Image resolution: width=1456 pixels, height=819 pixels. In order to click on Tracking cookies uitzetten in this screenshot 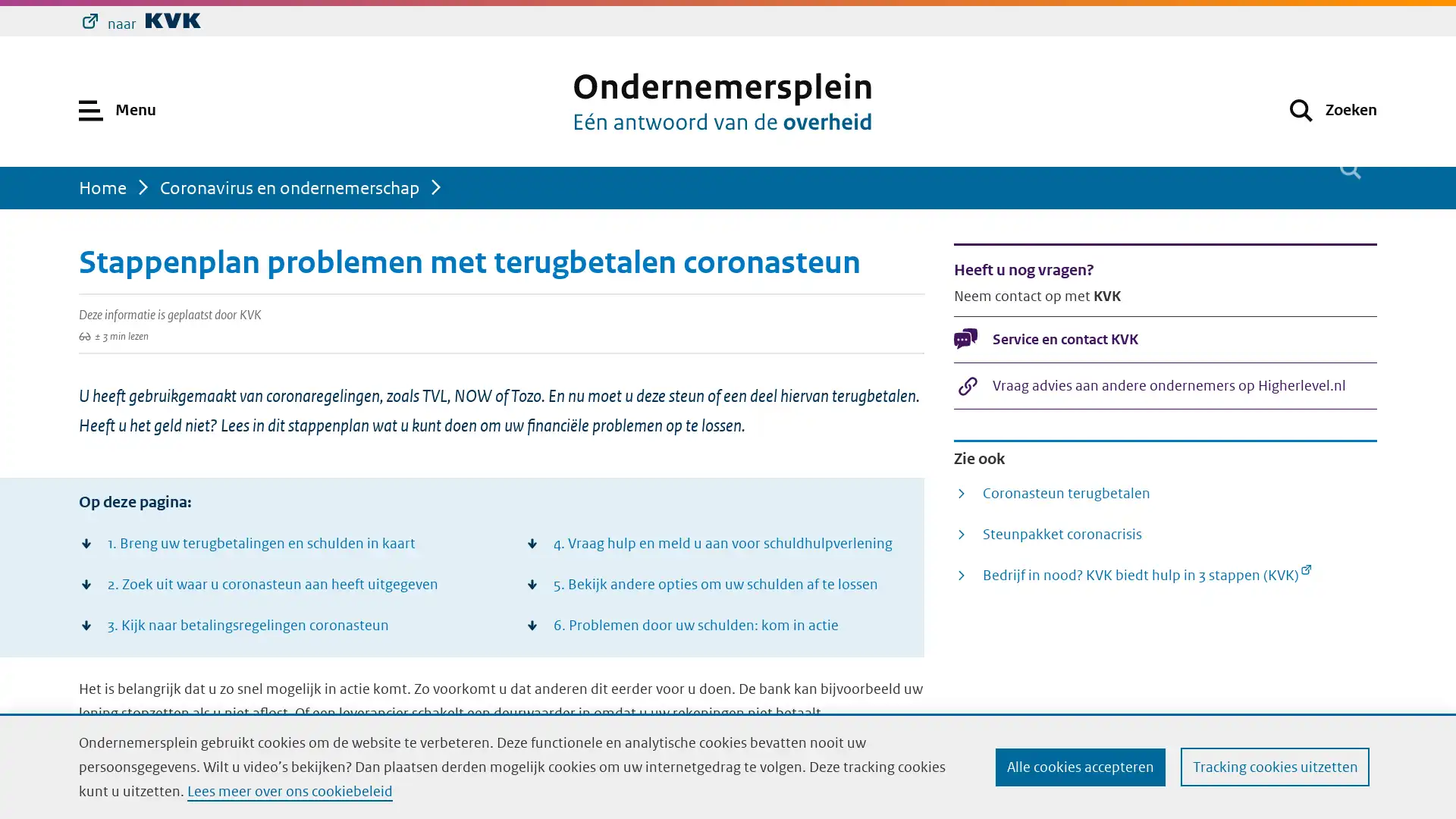, I will do `click(1274, 767)`.